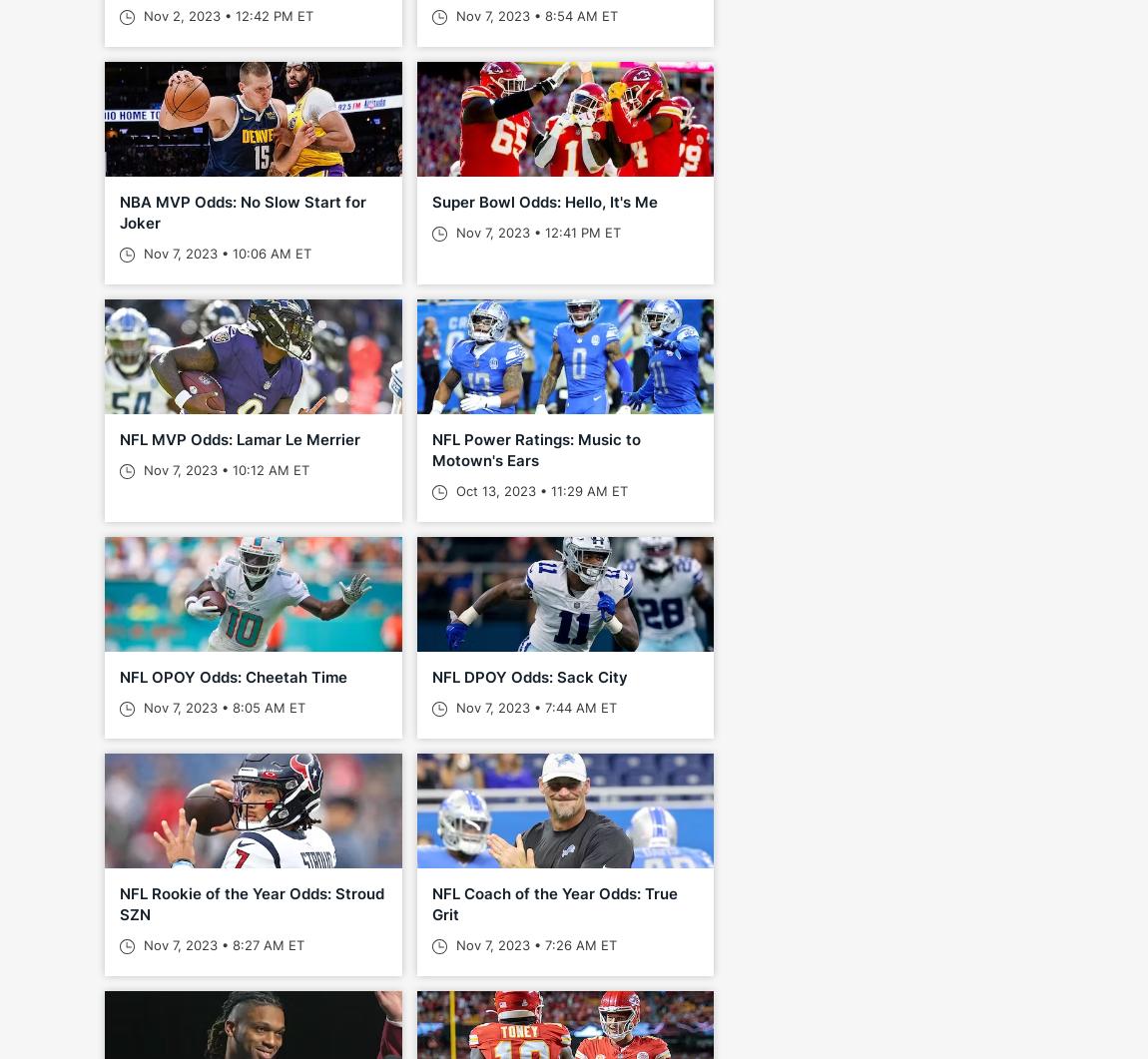  What do you see at coordinates (226, 16) in the screenshot?
I see `'Nov 2, 2023 • 12:42 PM ET'` at bounding box center [226, 16].